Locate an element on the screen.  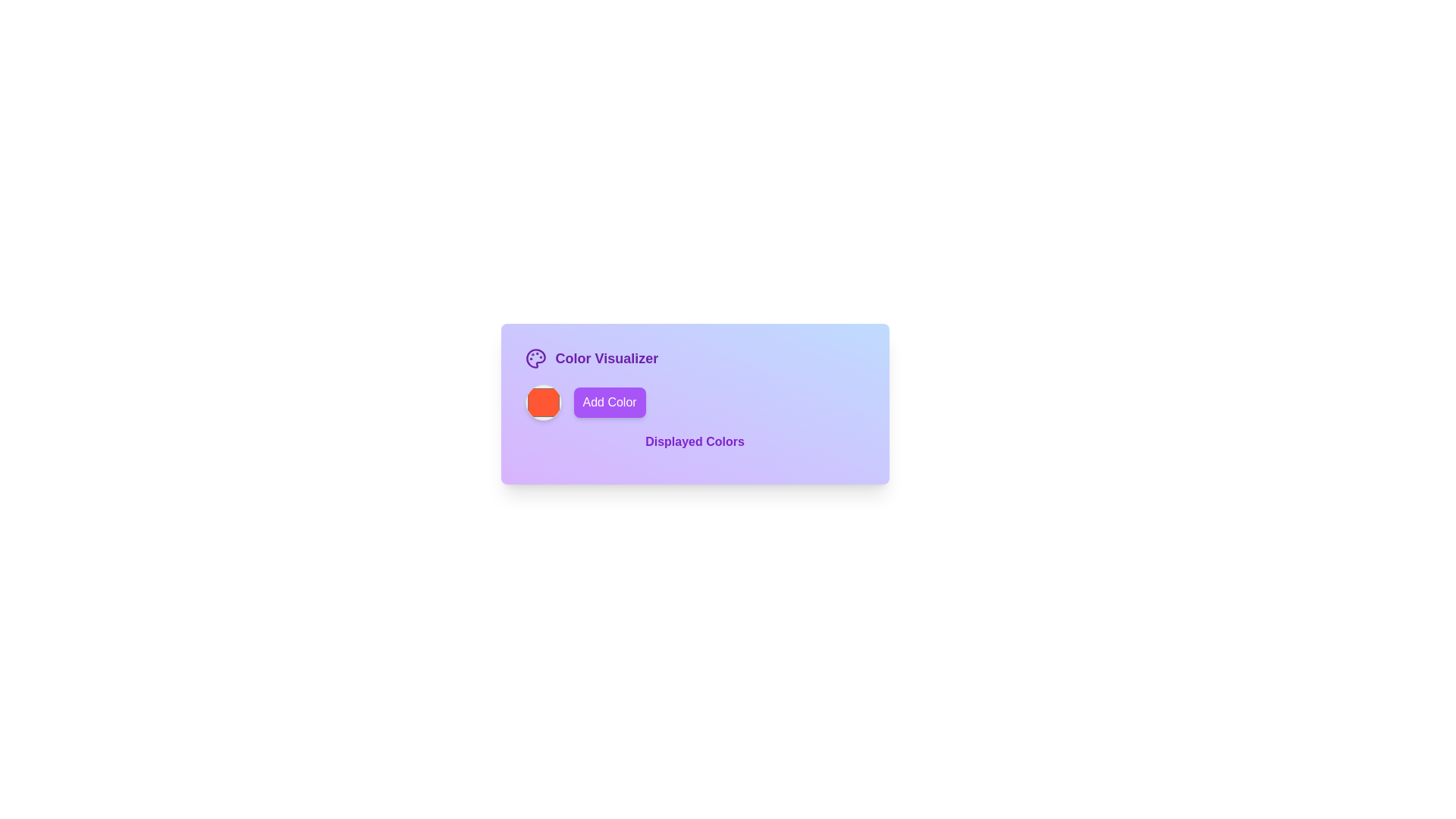
the text caption 'Color Visualizer' for copying, which is prominently styled in bold purple font at the top of the content area is located at coordinates (607, 359).